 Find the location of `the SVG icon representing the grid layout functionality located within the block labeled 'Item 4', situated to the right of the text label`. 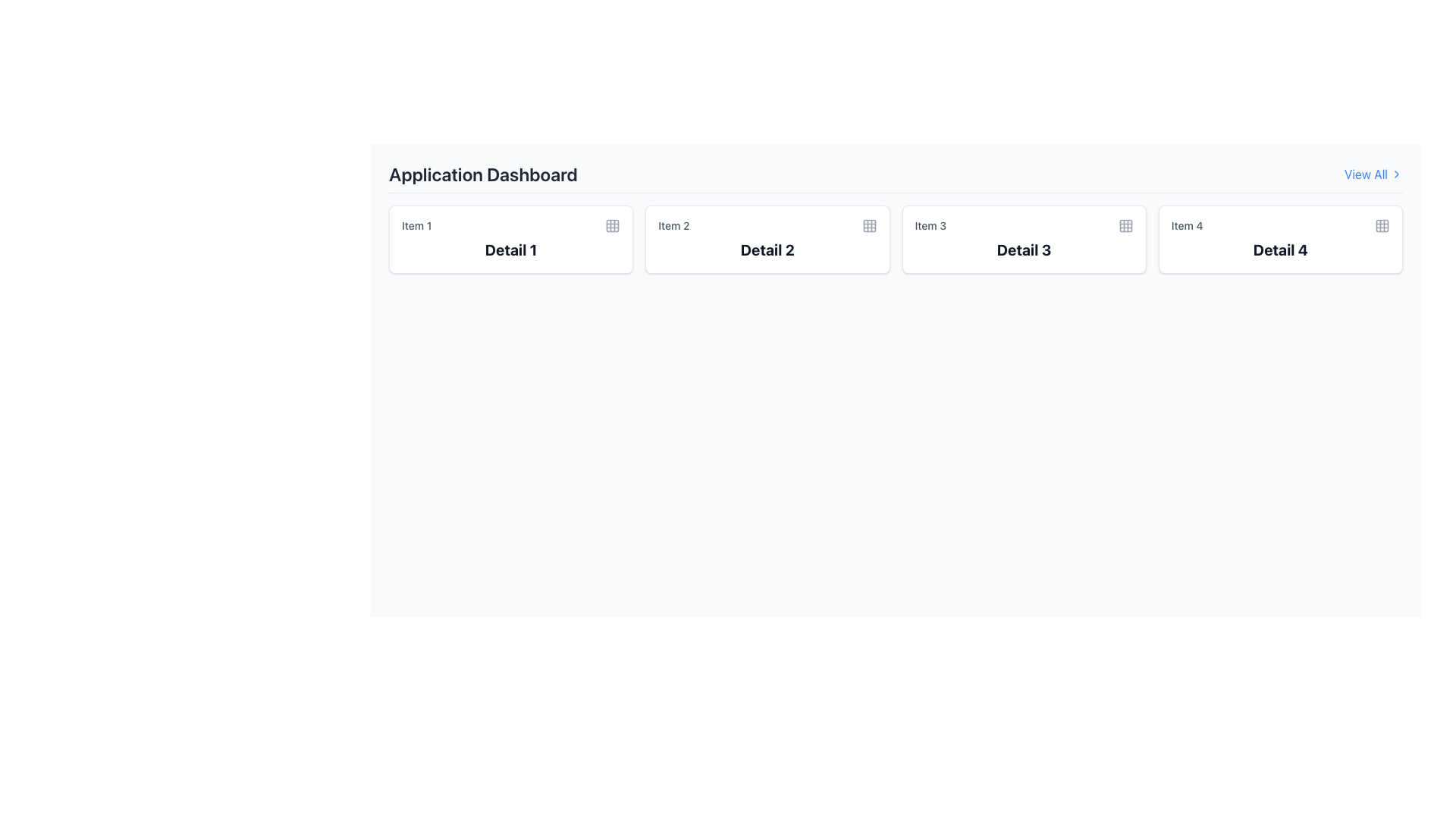

the SVG icon representing the grid layout functionality located within the block labeled 'Item 4', situated to the right of the text label is located at coordinates (1382, 225).